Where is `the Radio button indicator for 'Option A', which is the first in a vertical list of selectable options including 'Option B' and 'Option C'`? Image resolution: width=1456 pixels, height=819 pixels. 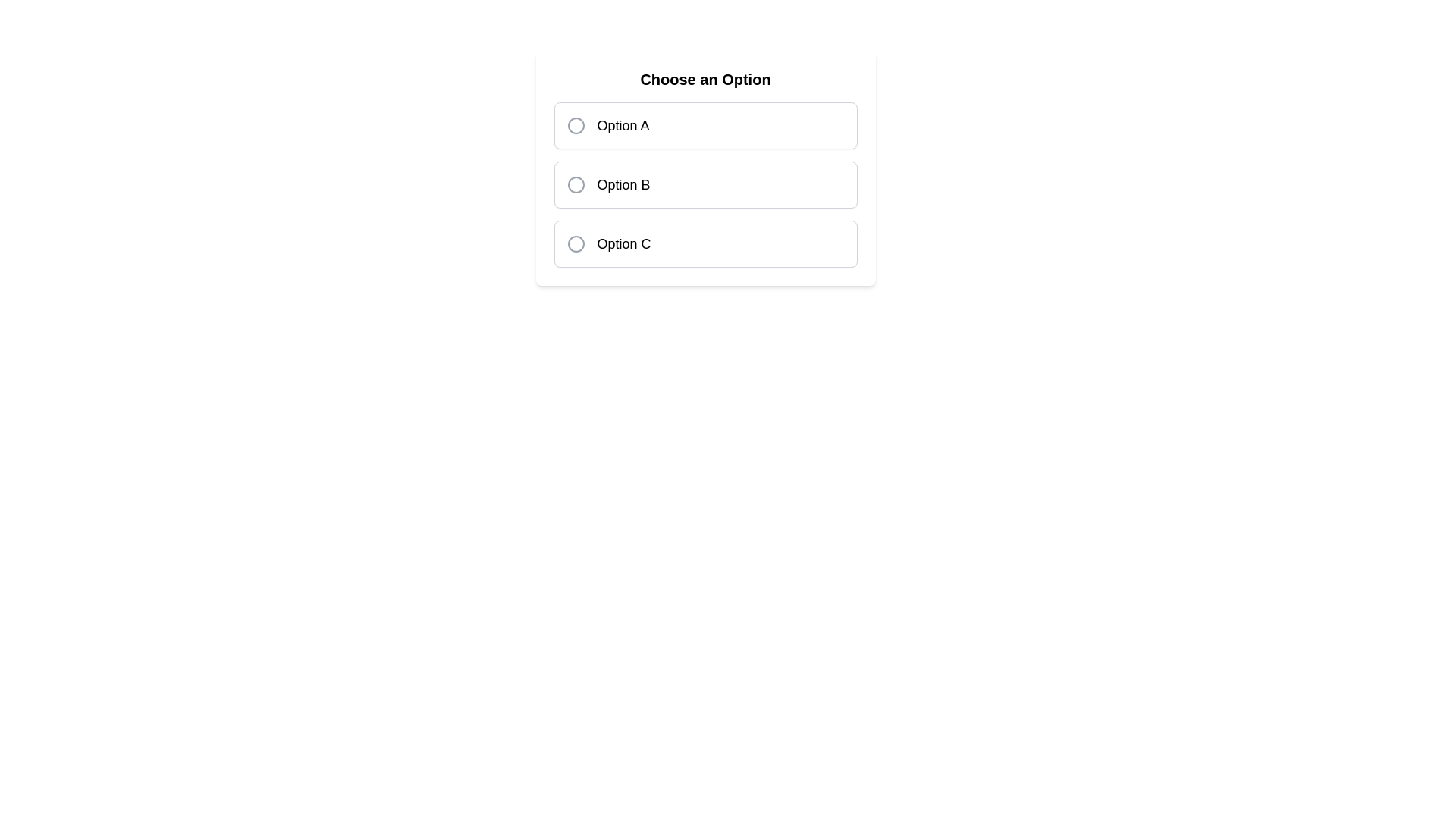 the Radio button indicator for 'Option A', which is the first in a vertical list of selectable options including 'Option B' and 'Option C' is located at coordinates (575, 124).